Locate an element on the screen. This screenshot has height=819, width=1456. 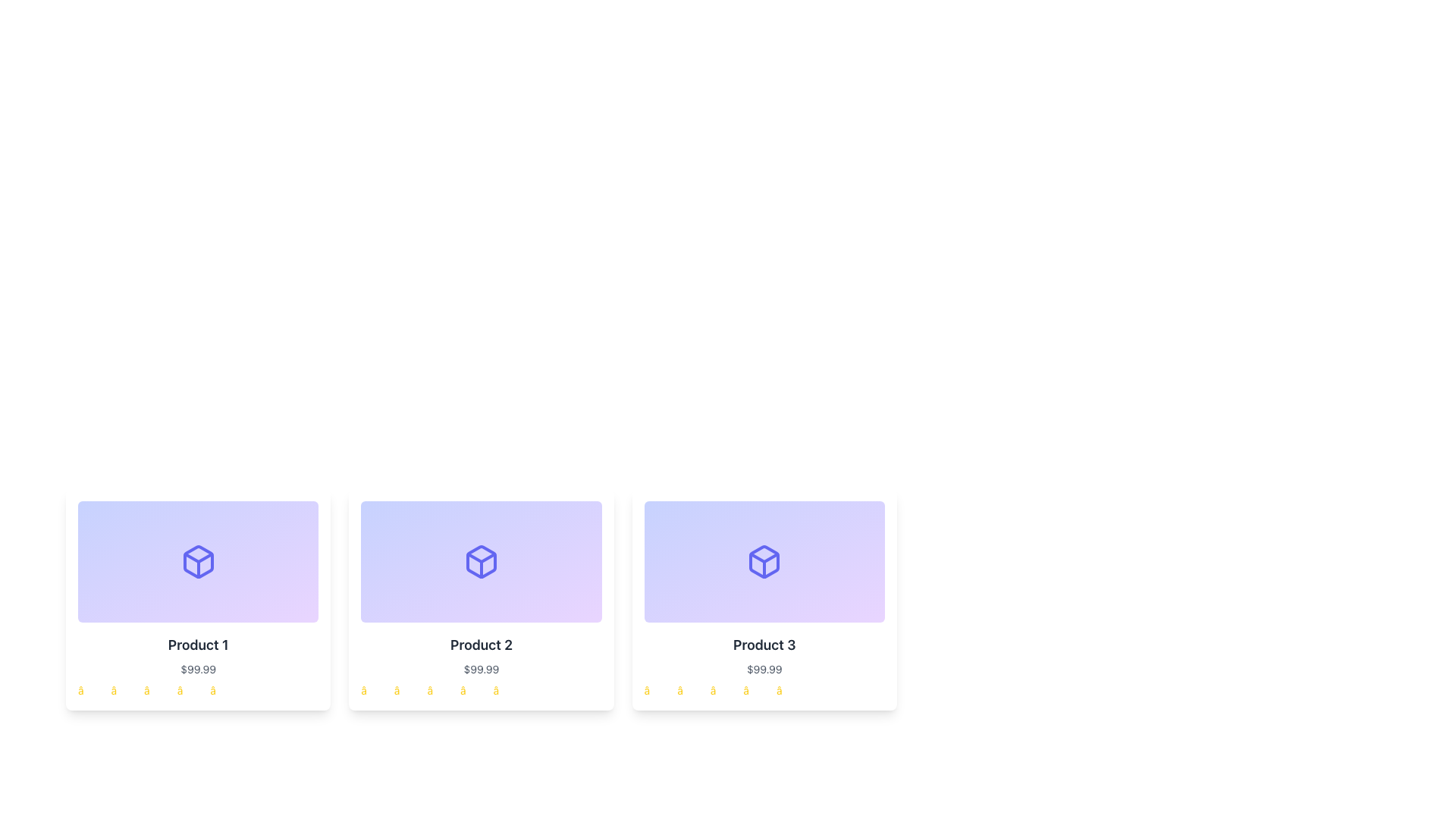
the non-interactive rating display located at the bottom of Product 1 card, which visually represents the rating score for the associated product is located at coordinates (197, 690).